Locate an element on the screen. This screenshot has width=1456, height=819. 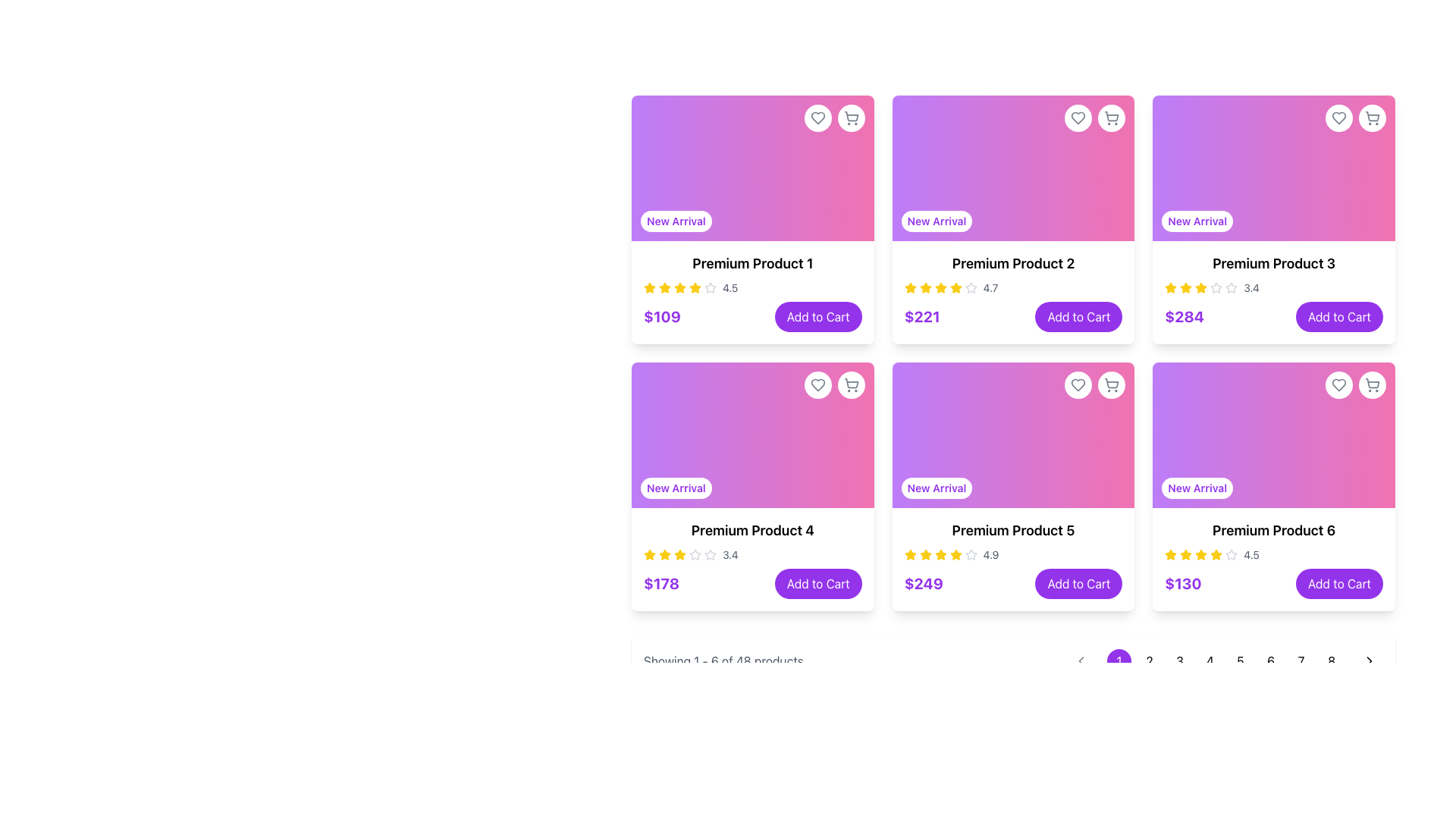
the first star icon in the rating system of the 'Premium Product 6' product card located in the second row of the product grid is located at coordinates (1216, 554).